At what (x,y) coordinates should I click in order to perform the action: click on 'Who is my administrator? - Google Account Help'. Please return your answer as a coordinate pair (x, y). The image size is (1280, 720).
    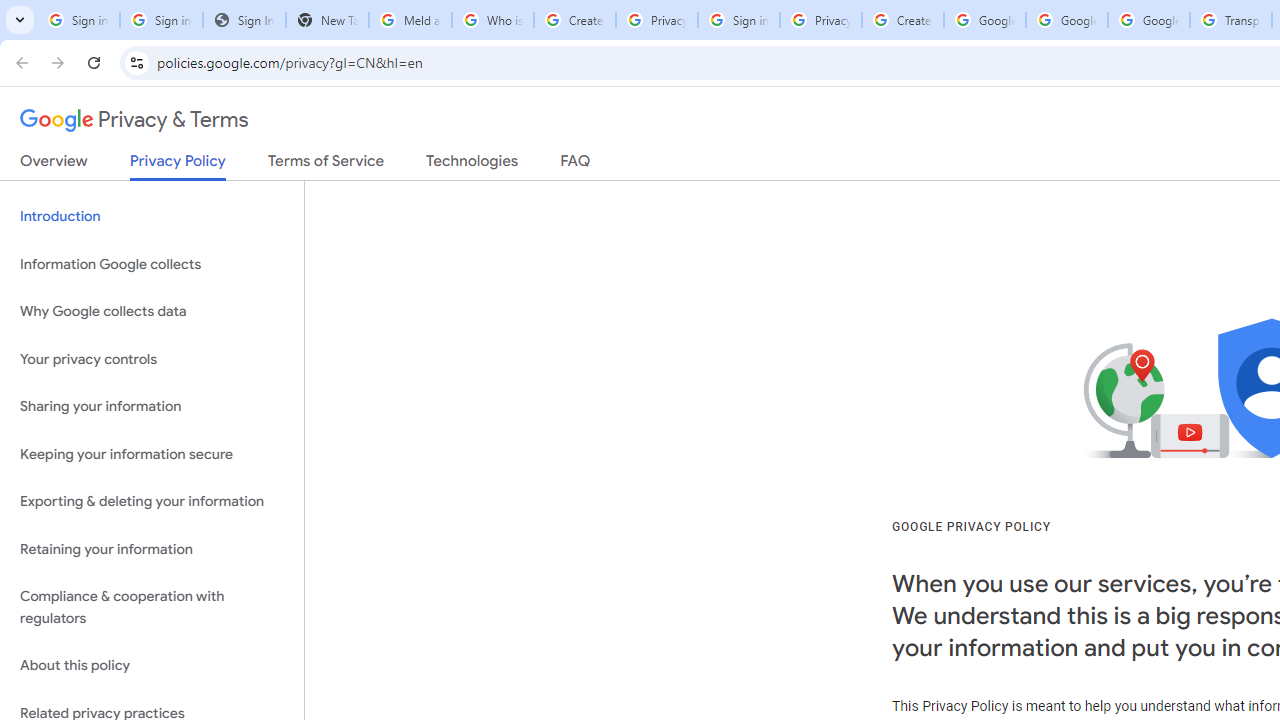
    Looking at the image, I should click on (492, 20).